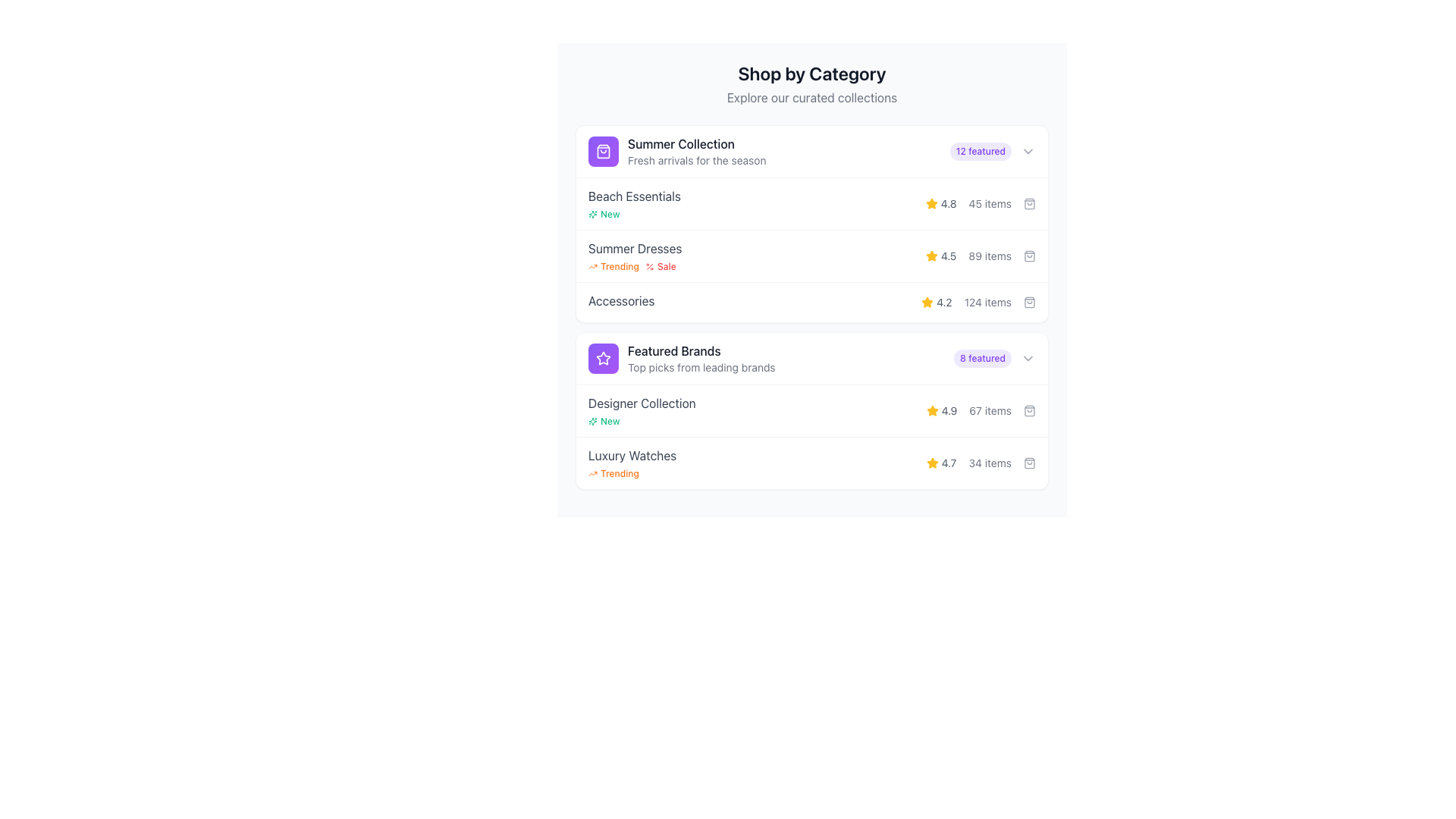 Image resolution: width=1456 pixels, height=819 pixels. Describe the element at coordinates (927, 302) in the screenshot. I see `the appearance of the third Rating Star Icon located on the right side of the 'Accessories' list item in the 'Summer Collection' category` at that location.